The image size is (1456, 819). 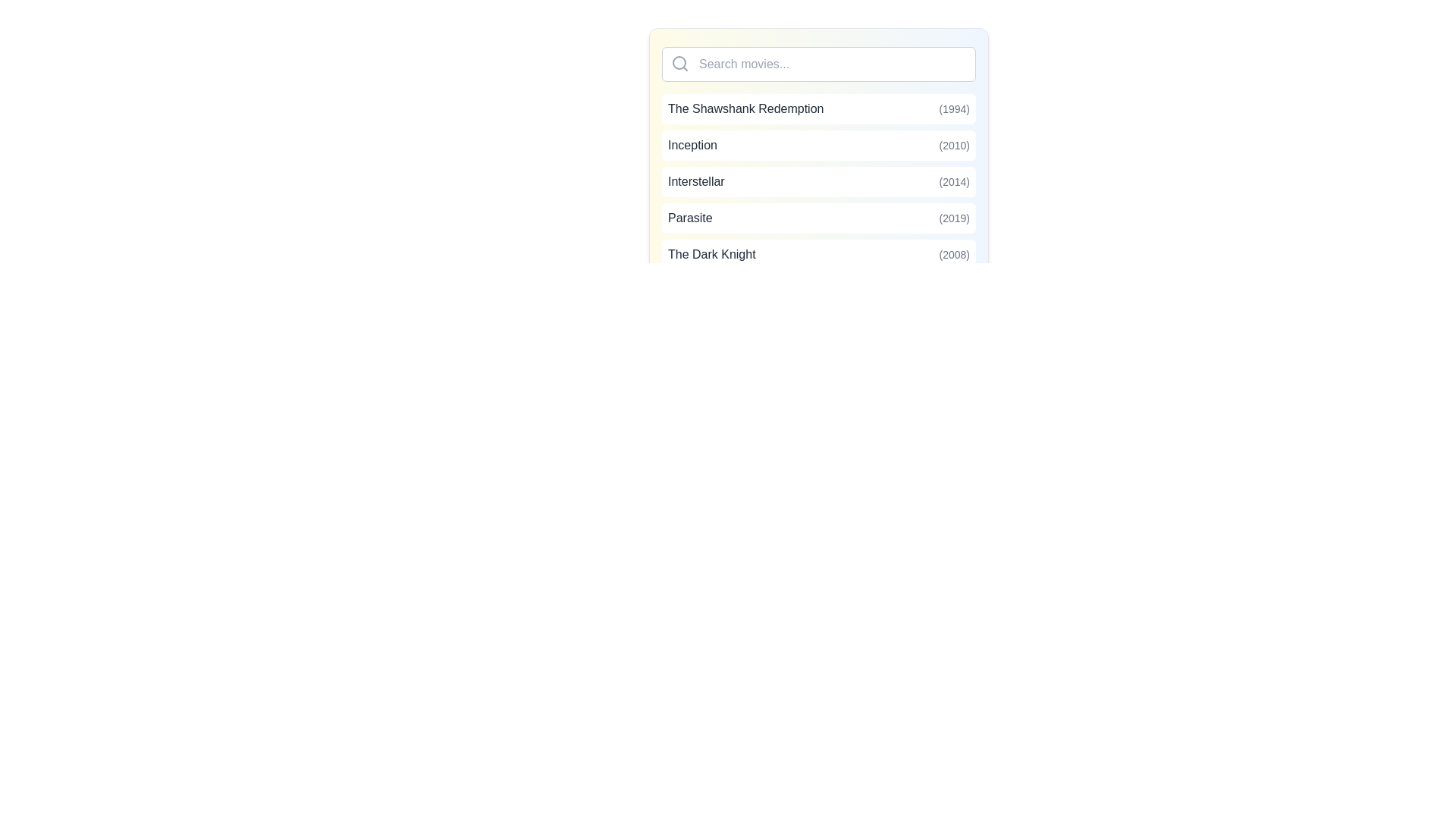 What do you see at coordinates (953, 218) in the screenshot?
I see `the small, gray text label displaying '(2019)' located to the right of the 'Parasite' title` at bounding box center [953, 218].